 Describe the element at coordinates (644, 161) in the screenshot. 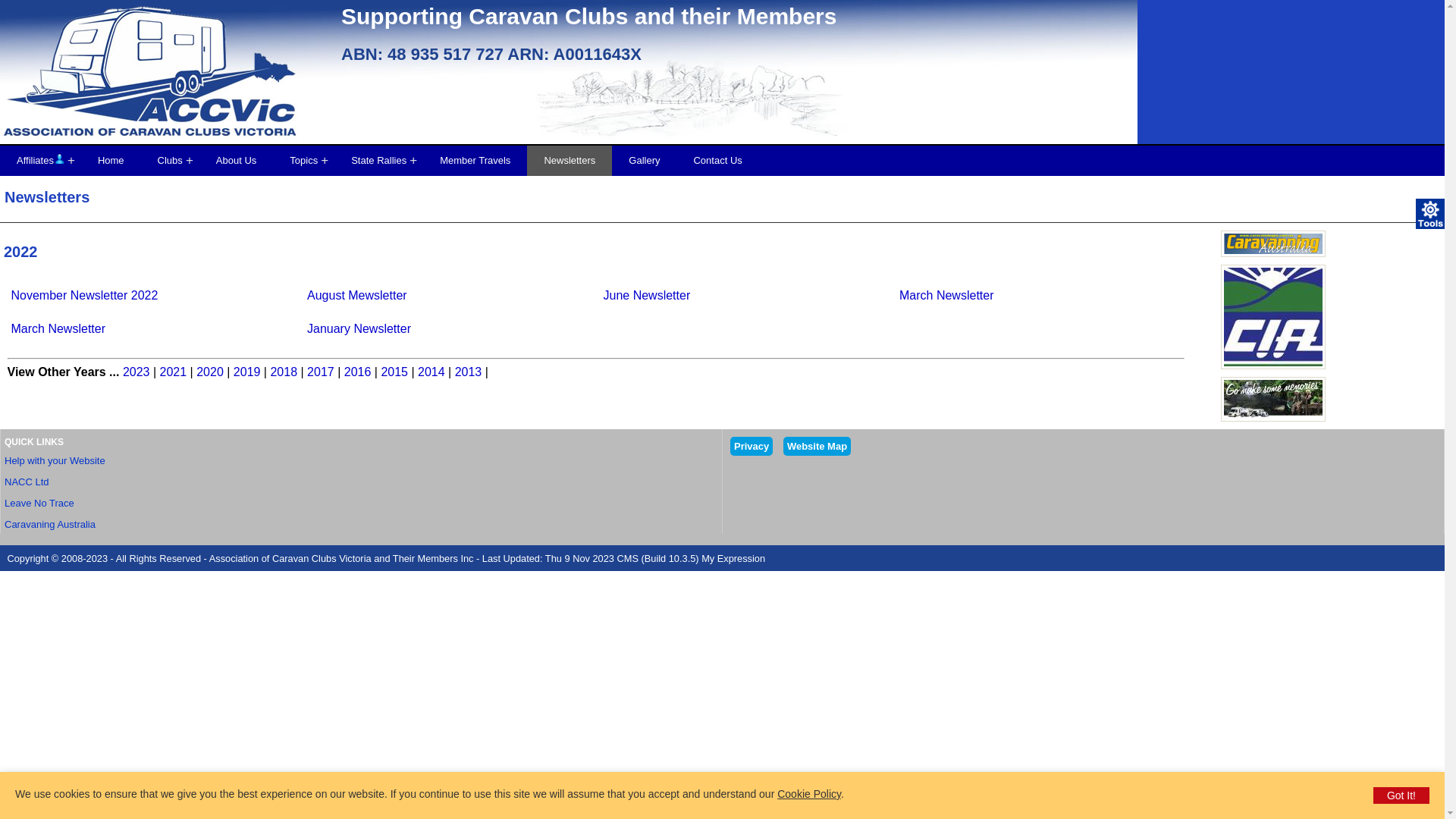

I see `'Gallery'` at that location.